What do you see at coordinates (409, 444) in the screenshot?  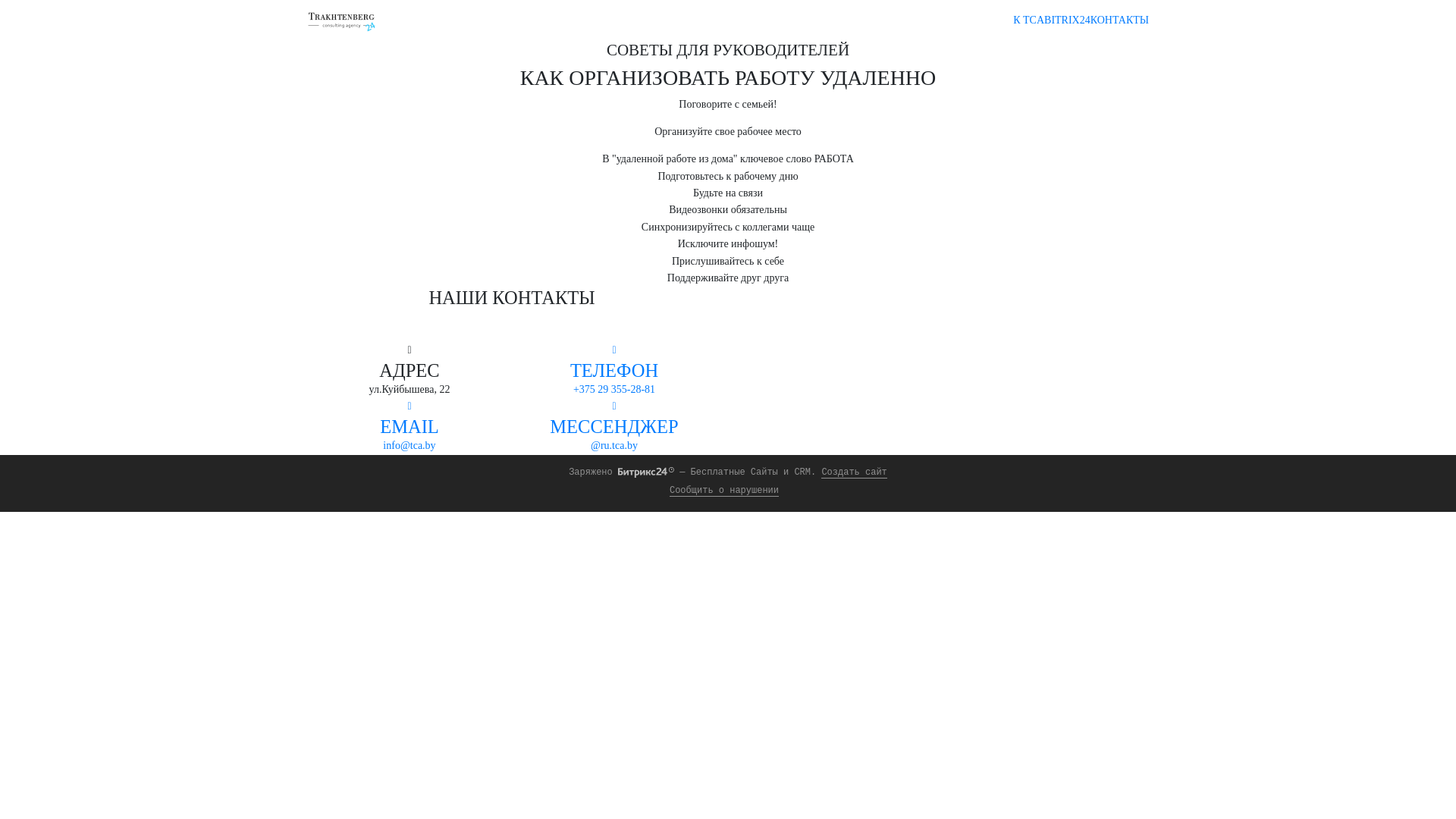 I see `'info@tca.by'` at bounding box center [409, 444].